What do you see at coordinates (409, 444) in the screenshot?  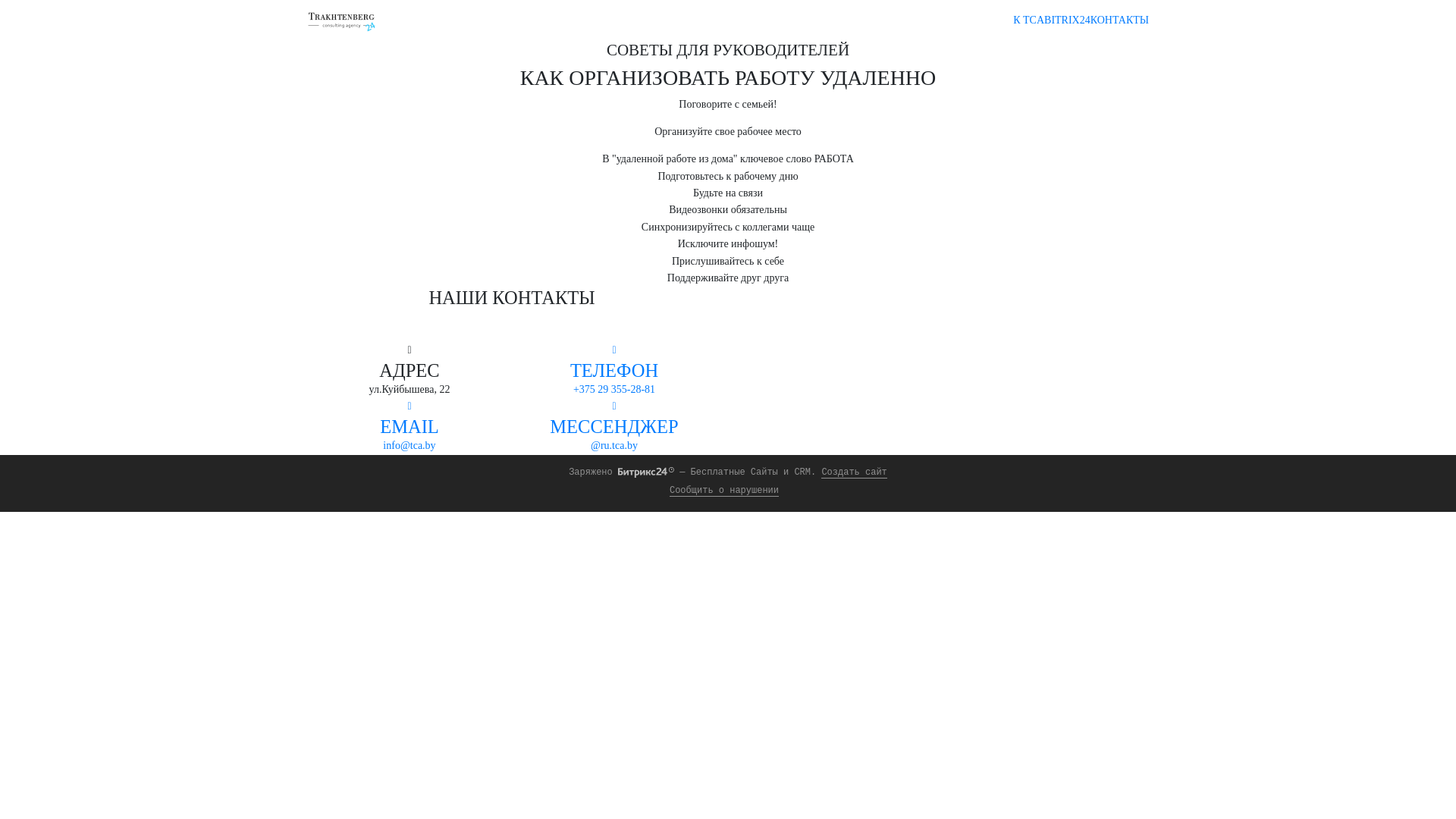 I see `'info@tca.by'` at bounding box center [409, 444].